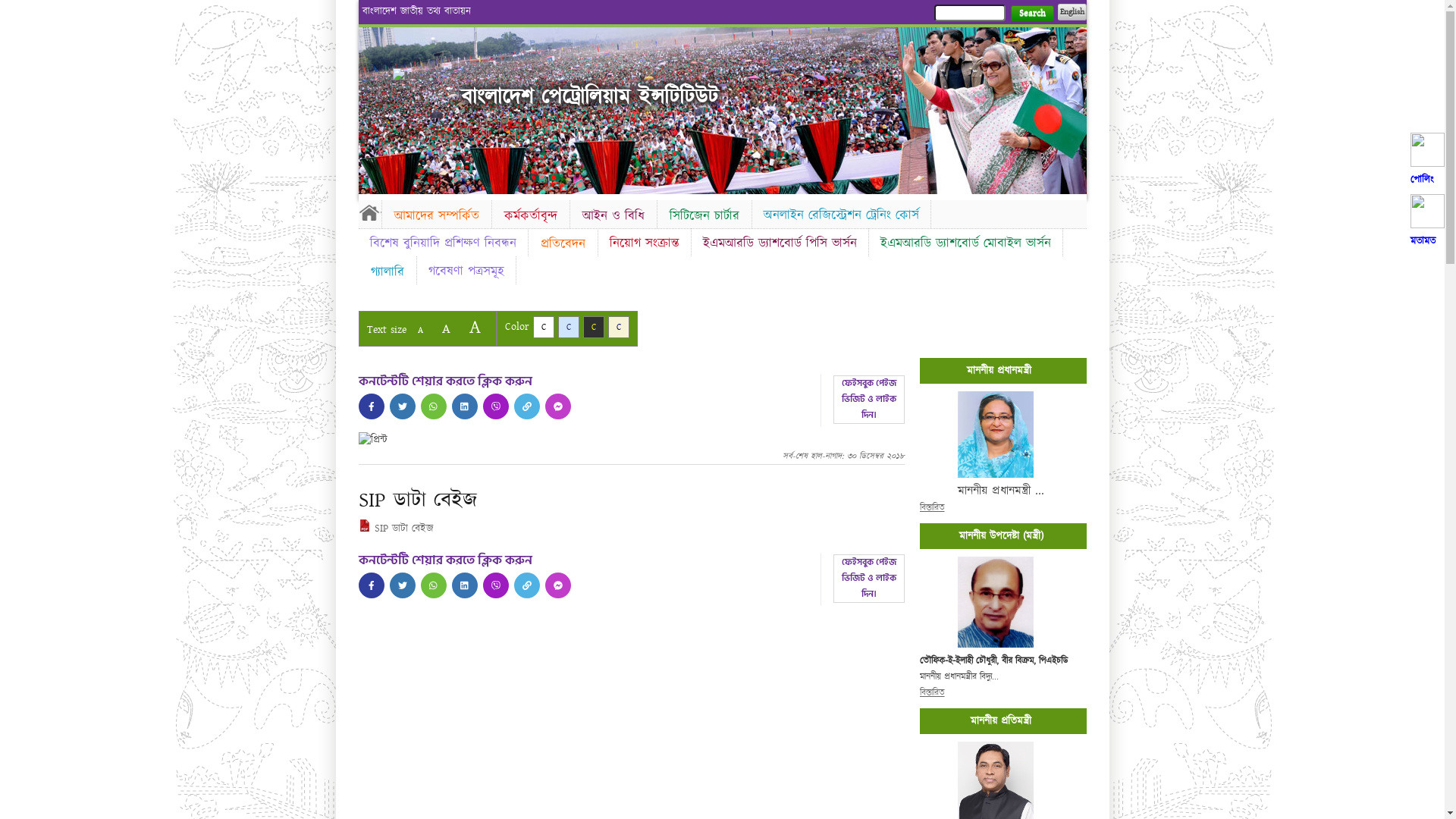 This screenshot has height=819, width=1456. I want to click on 'Search', so click(1031, 13).